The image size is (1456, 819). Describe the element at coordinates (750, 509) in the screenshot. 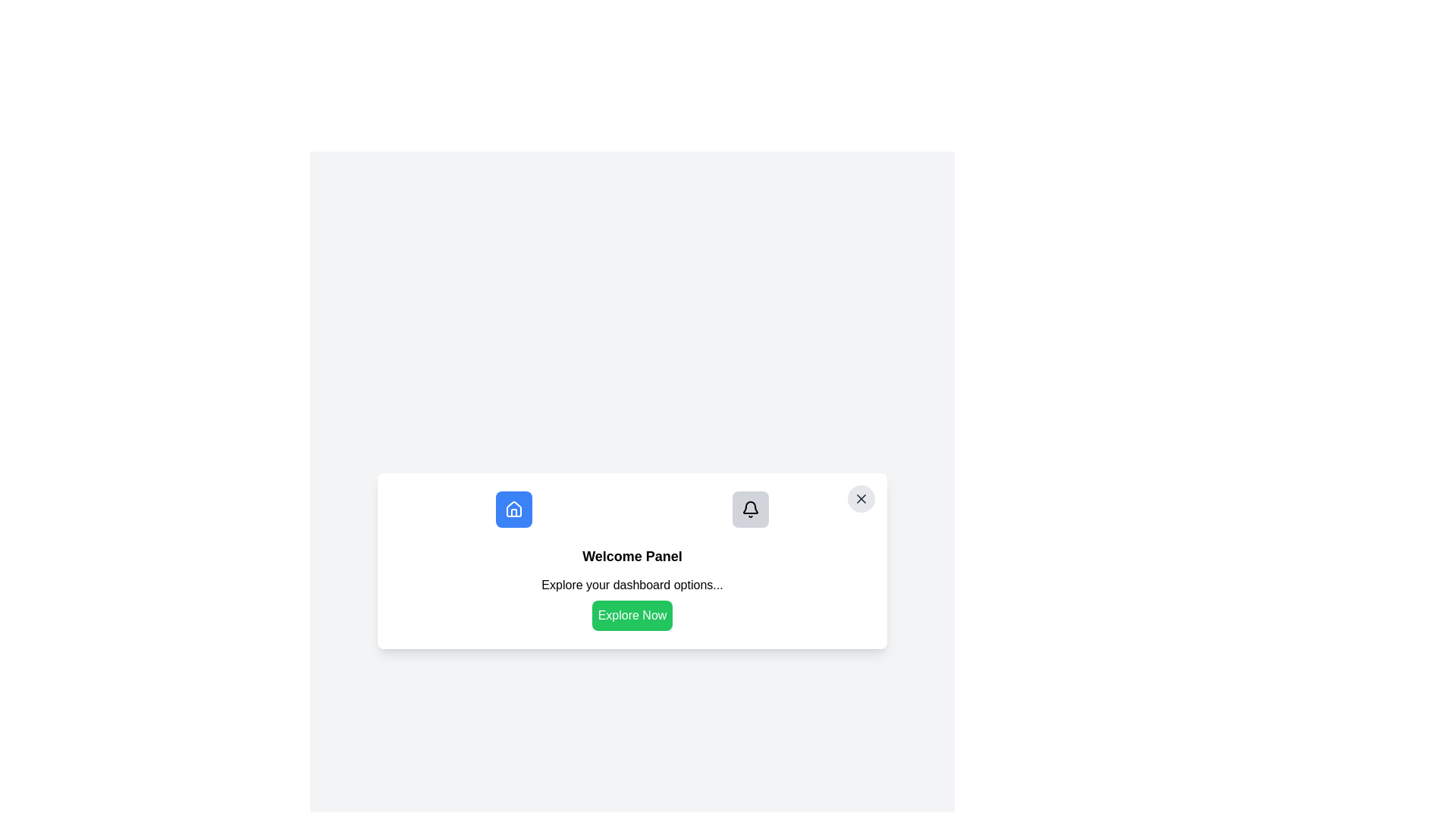

I see `the notifications button located in the center-bottom part of the modal window` at that location.